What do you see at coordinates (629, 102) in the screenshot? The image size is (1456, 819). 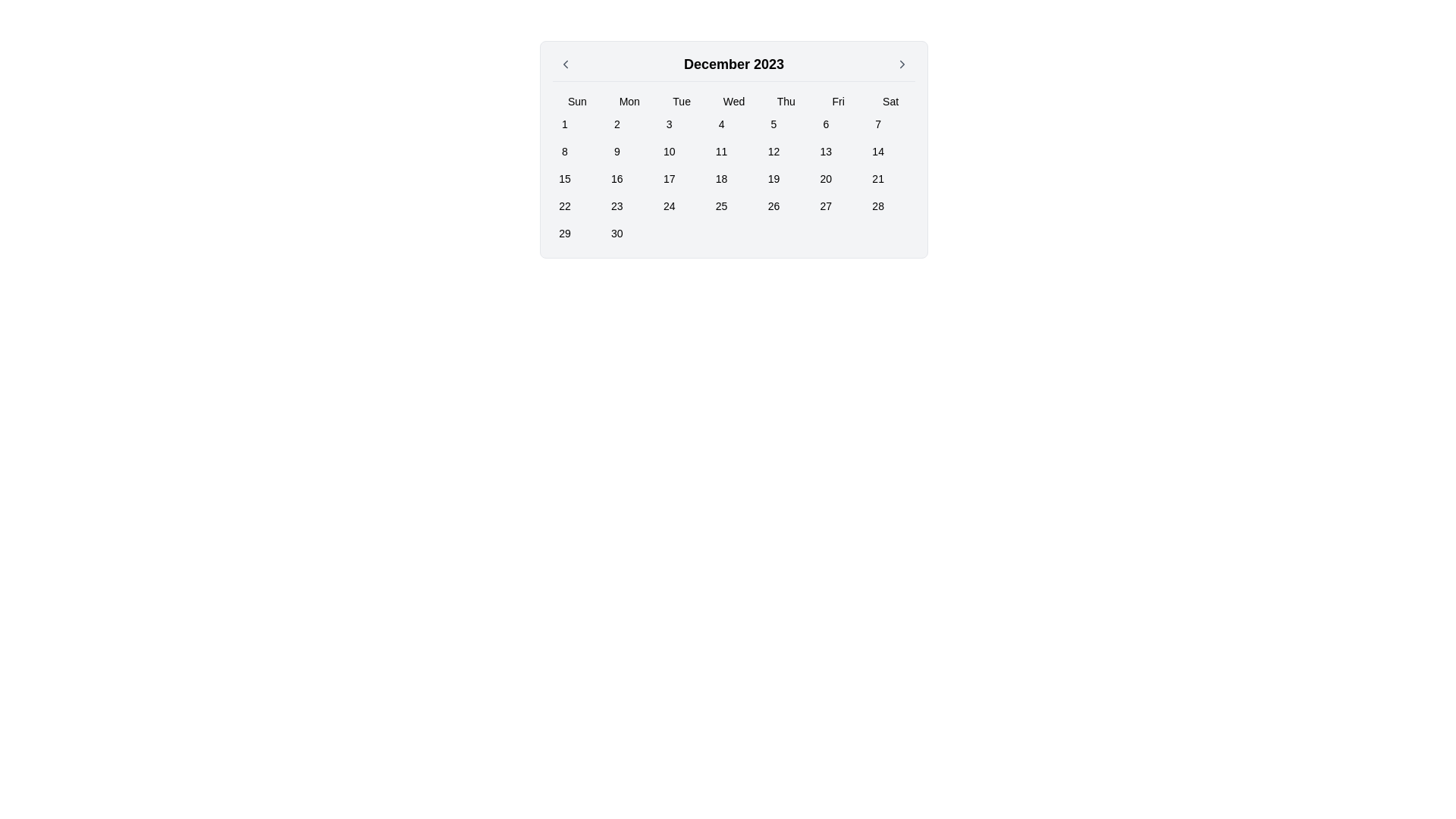 I see `the Monday label in the calendar interface, which is the second weekday header in the topmost row, located between 'Sun' and 'Tue'` at bounding box center [629, 102].